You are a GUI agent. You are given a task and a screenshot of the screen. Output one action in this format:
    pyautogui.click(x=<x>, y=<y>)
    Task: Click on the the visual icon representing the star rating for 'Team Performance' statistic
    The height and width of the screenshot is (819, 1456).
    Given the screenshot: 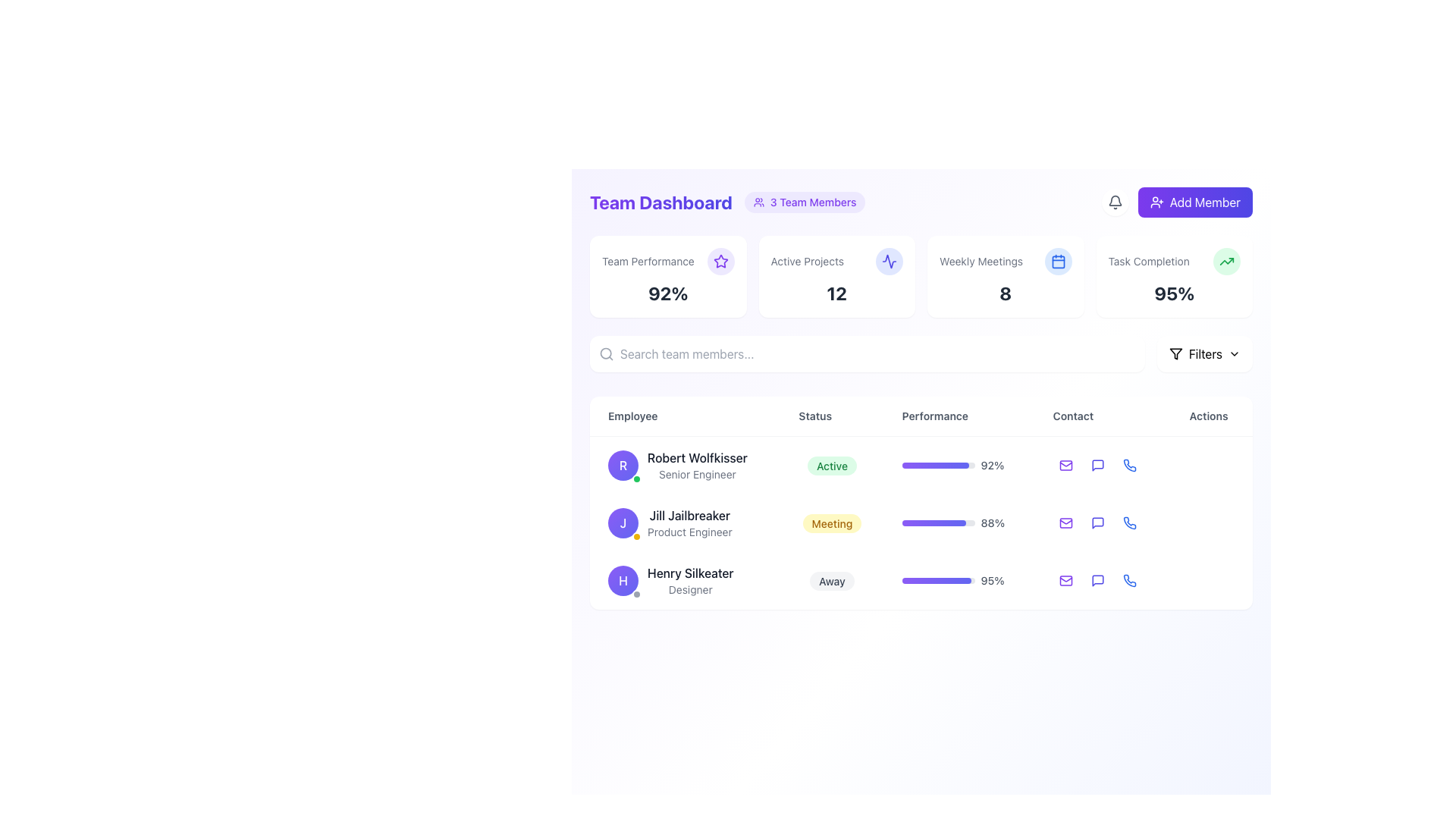 What is the action you would take?
    pyautogui.click(x=720, y=260)
    